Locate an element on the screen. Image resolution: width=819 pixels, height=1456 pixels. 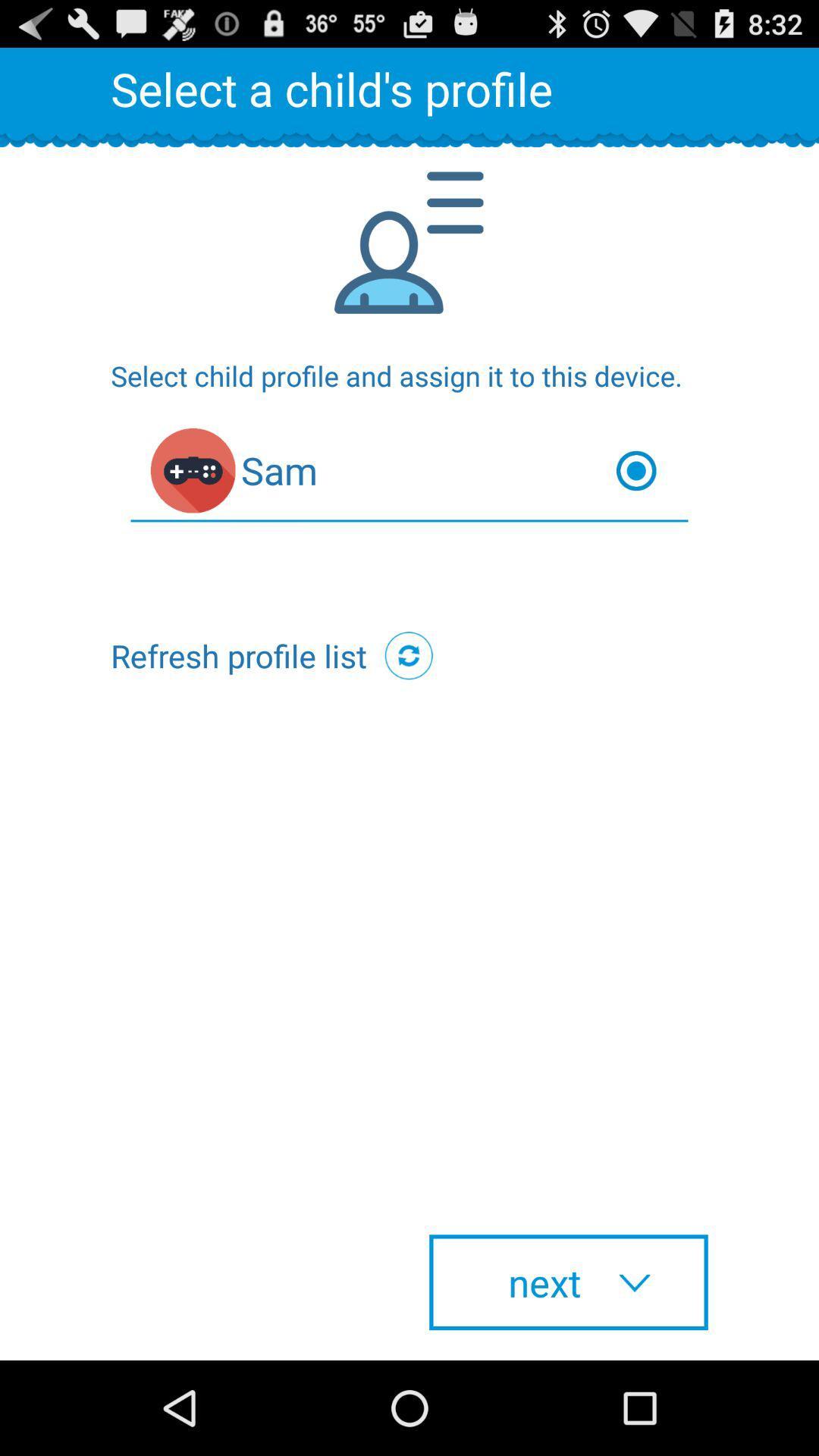
the icon next to the refresh profile list item is located at coordinates (408, 655).